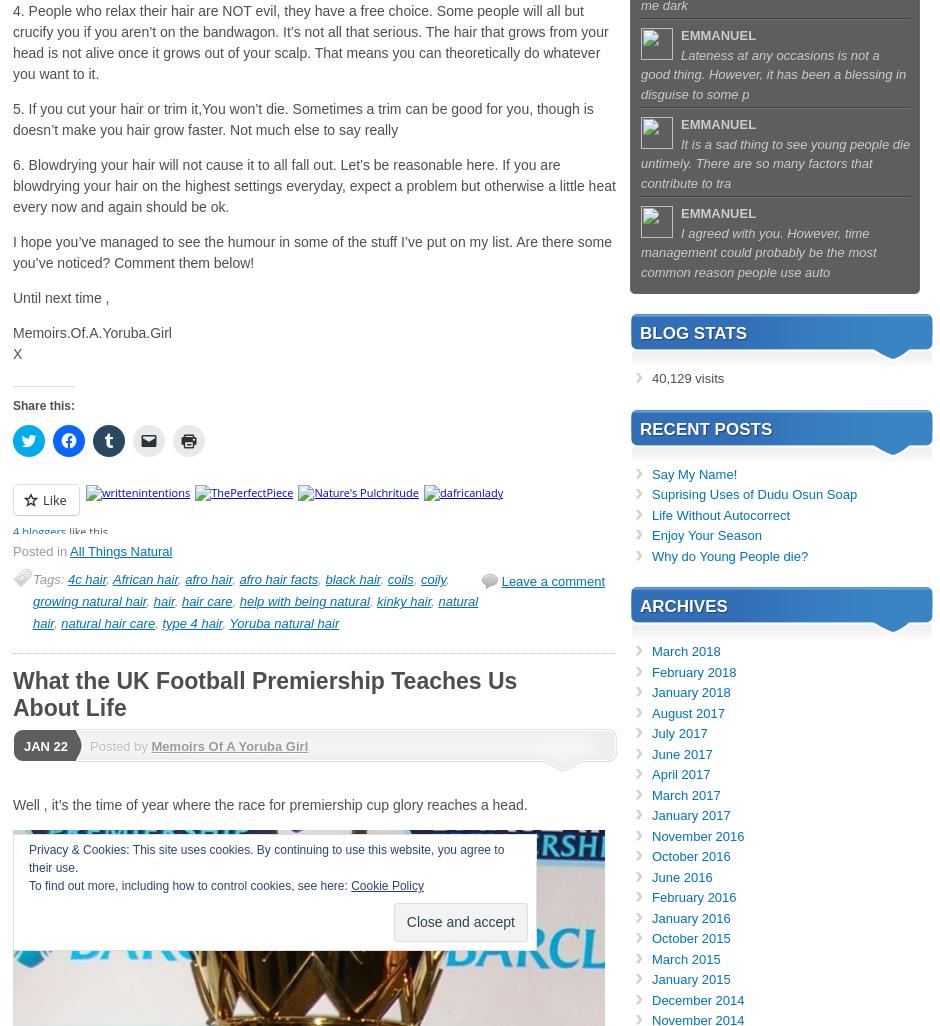  What do you see at coordinates (685, 958) in the screenshot?
I see `'March 2015'` at bounding box center [685, 958].